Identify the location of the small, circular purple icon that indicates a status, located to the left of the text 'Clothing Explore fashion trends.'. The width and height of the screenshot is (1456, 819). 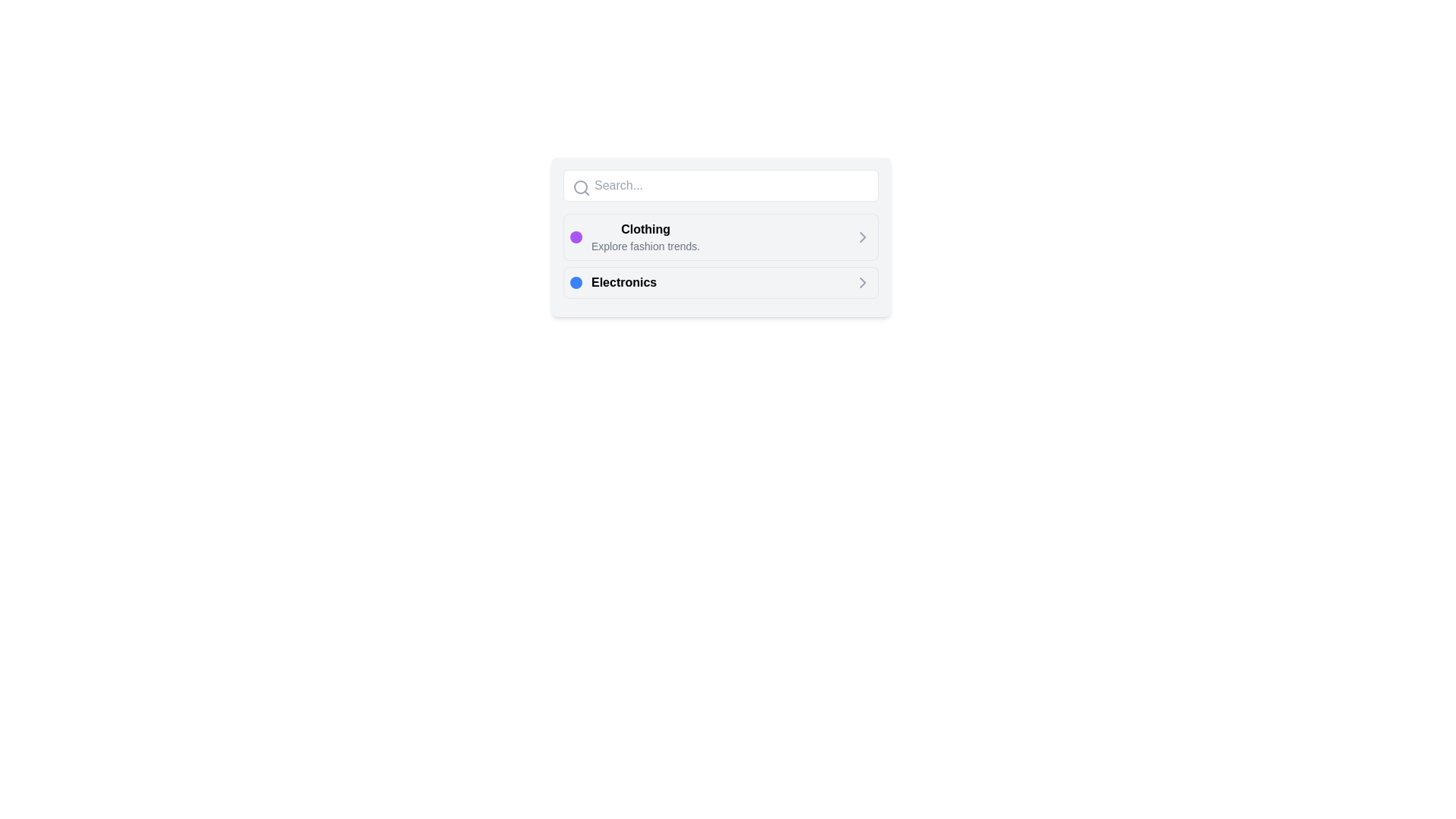
(575, 237).